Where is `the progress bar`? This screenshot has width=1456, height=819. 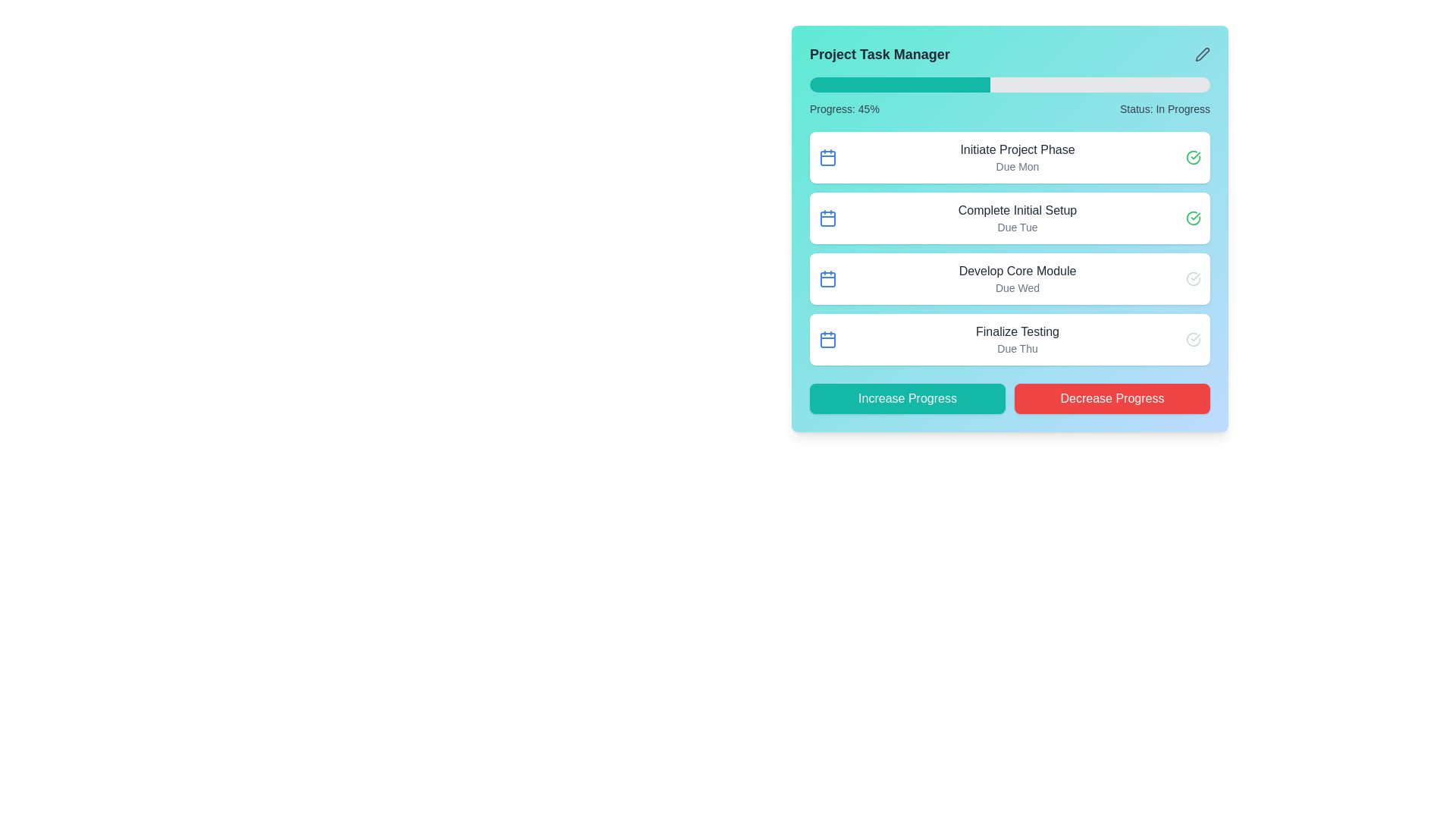 the progress bar is located at coordinates (856, 84).